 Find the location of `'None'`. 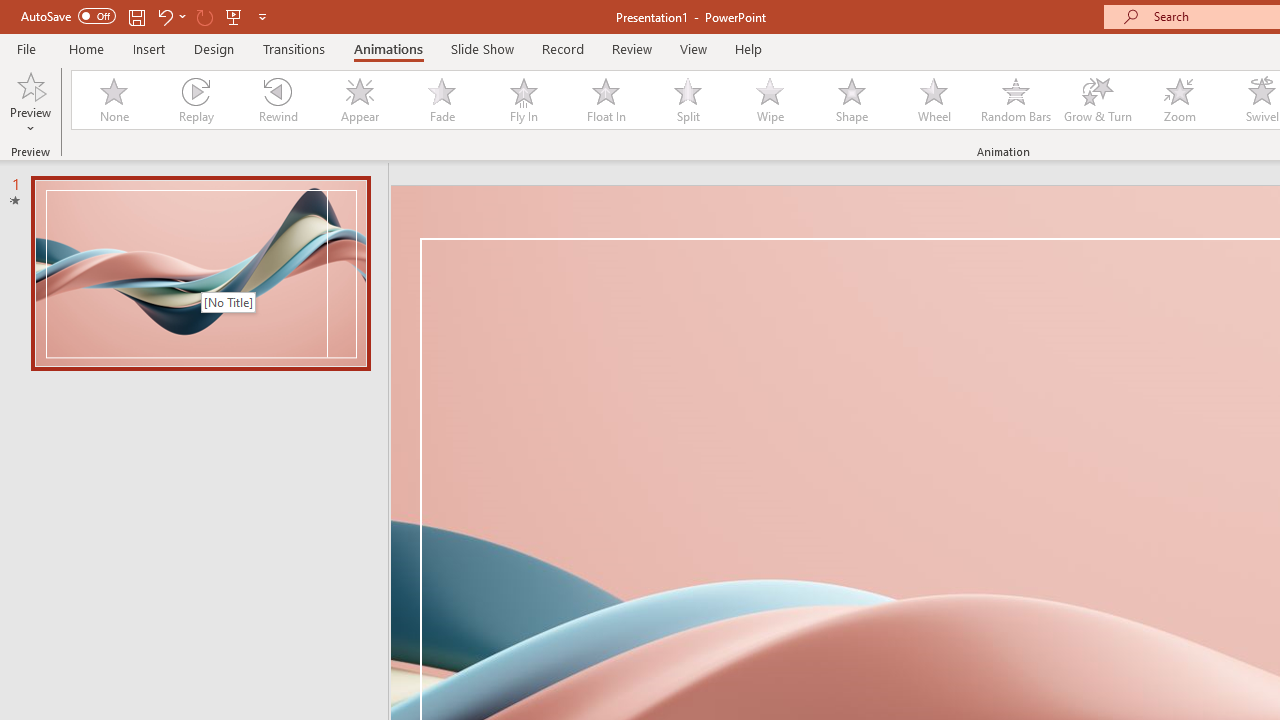

'None' is located at coordinates (112, 100).